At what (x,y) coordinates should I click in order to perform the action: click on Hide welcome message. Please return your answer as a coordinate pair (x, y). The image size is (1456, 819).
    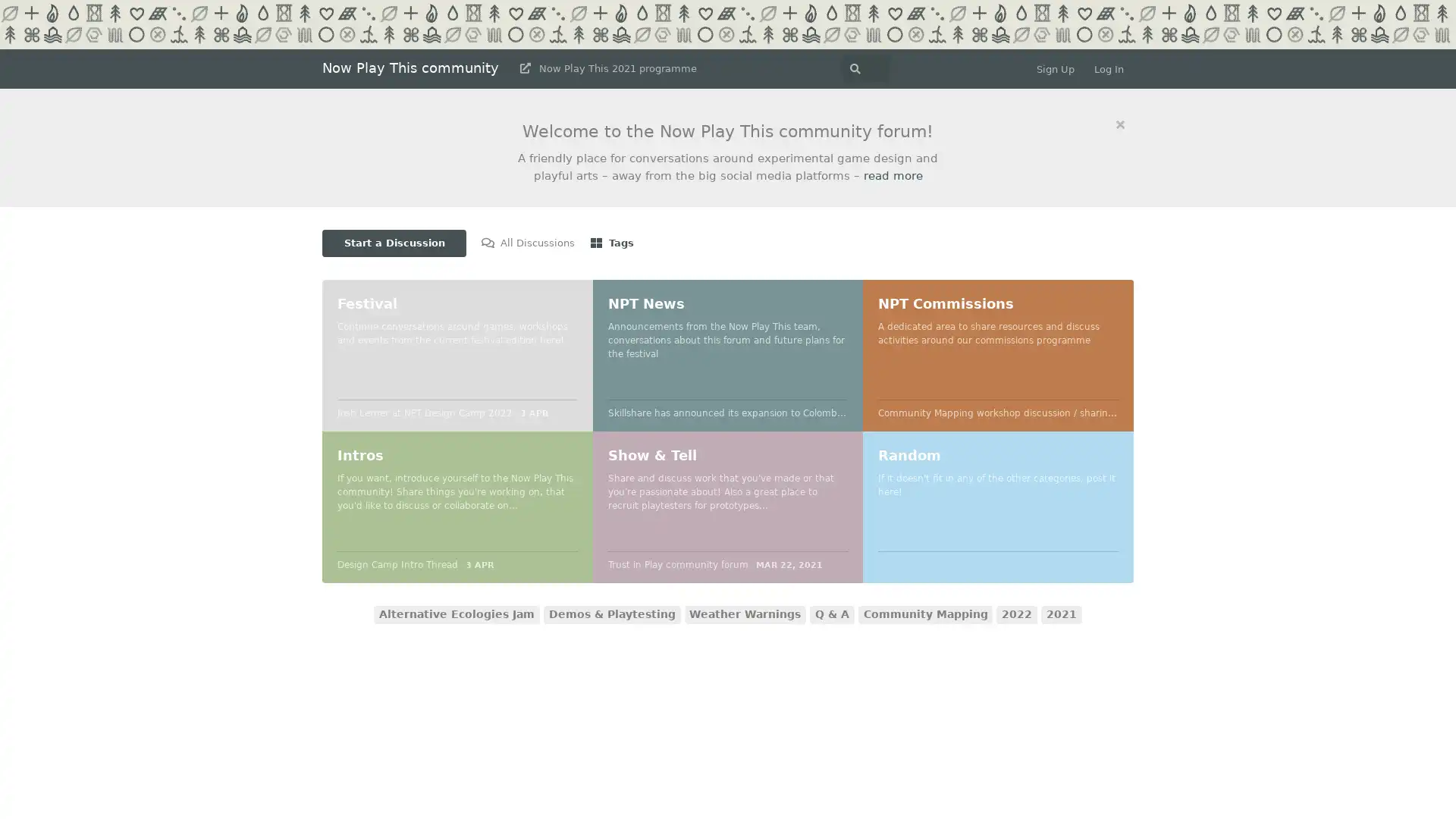
    Looking at the image, I should click on (1120, 124).